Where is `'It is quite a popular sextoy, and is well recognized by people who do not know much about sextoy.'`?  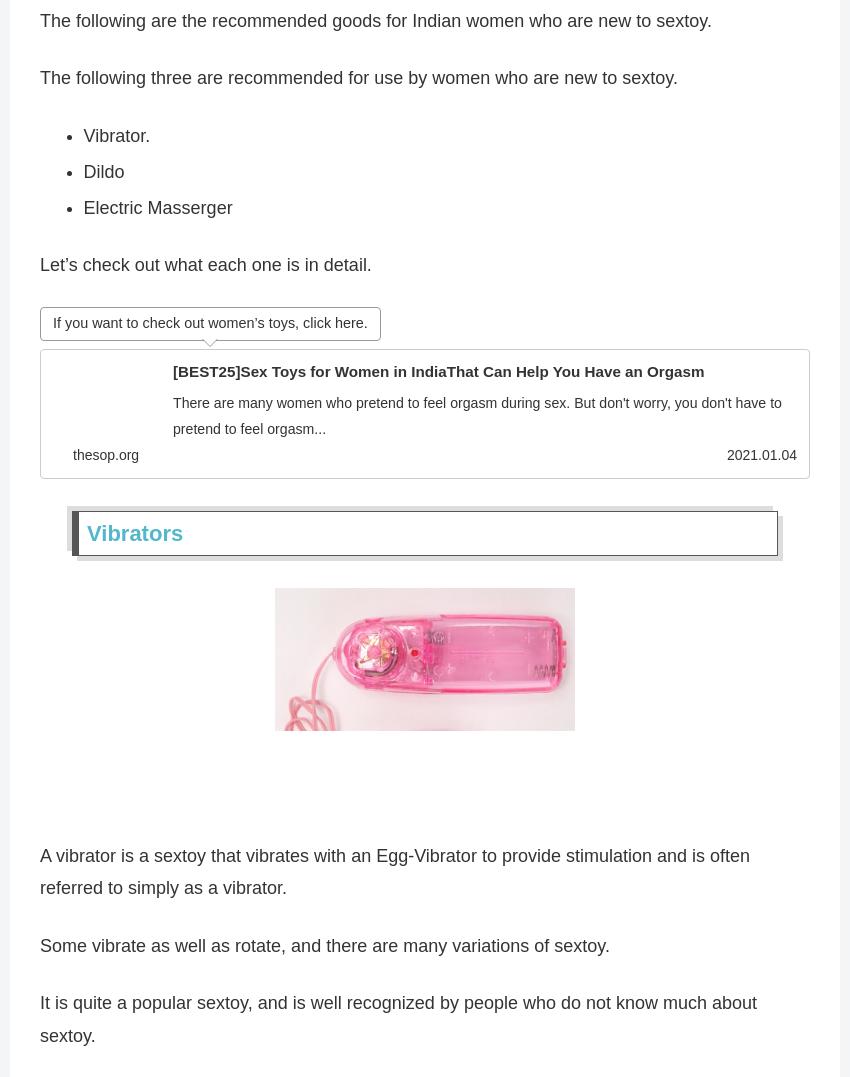
'It is quite a popular sextoy, and is well recognized by people who do not know much about sextoy.' is located at coordinates (398, 1024).